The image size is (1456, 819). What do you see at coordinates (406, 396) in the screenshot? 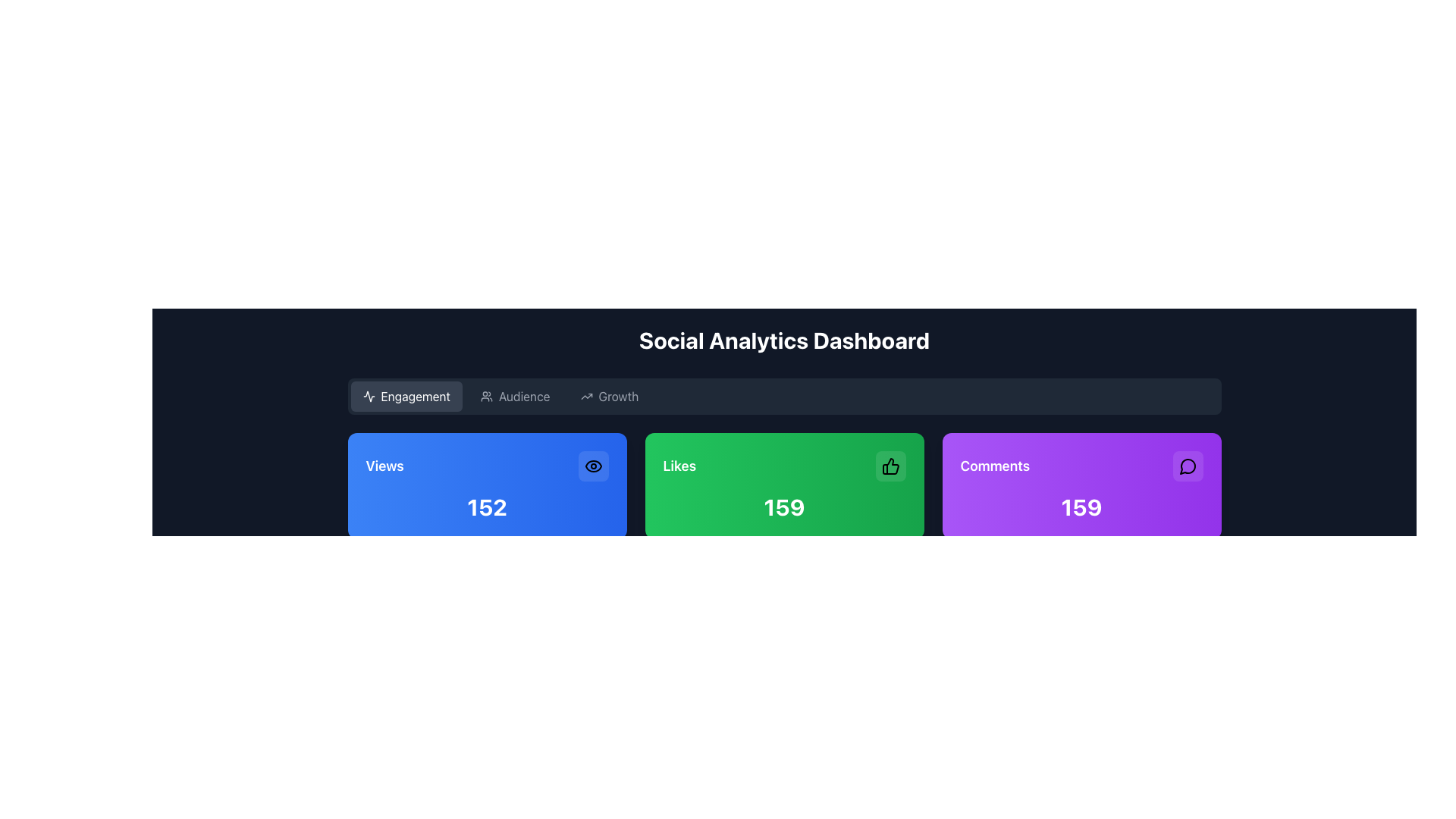
I see `the 'Engagement' button, which is a rectangular button with a dark gray background and white text featuring a heartbeat icon on the left` at bounding box center [406, 396].